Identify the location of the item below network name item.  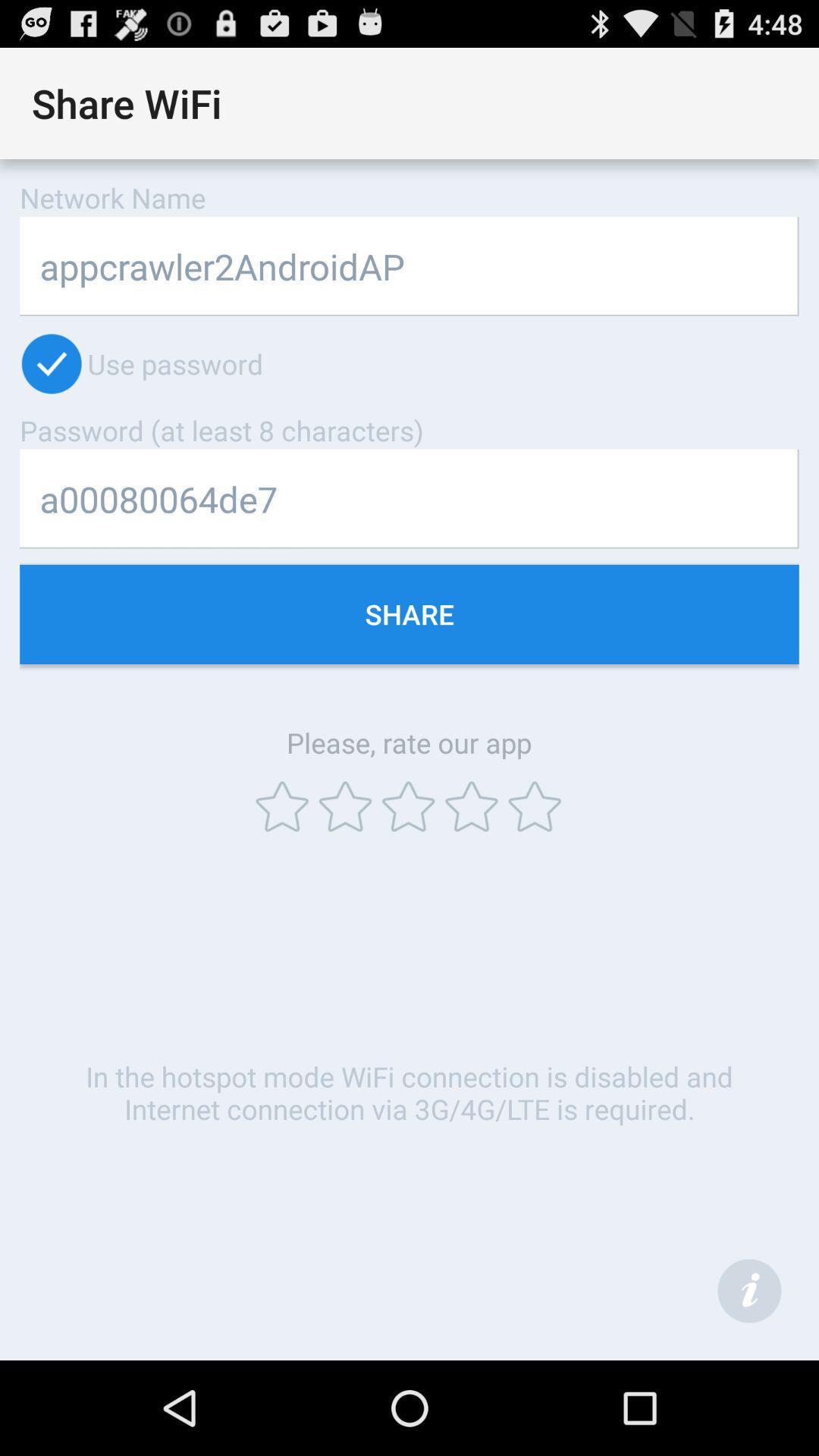
(409, 266).